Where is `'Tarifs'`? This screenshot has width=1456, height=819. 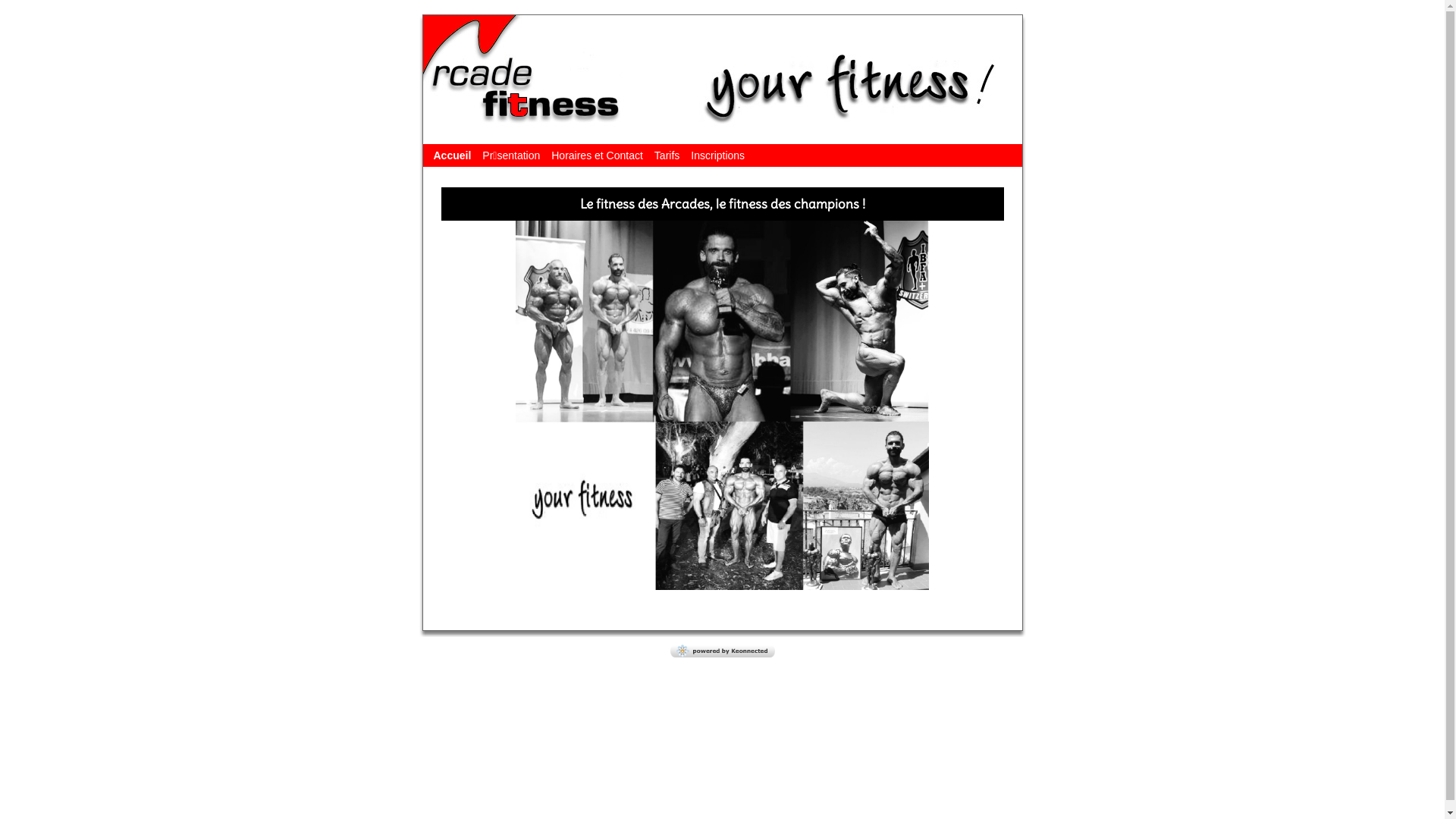 'Tarifs' is located at coordinates (667, 155).